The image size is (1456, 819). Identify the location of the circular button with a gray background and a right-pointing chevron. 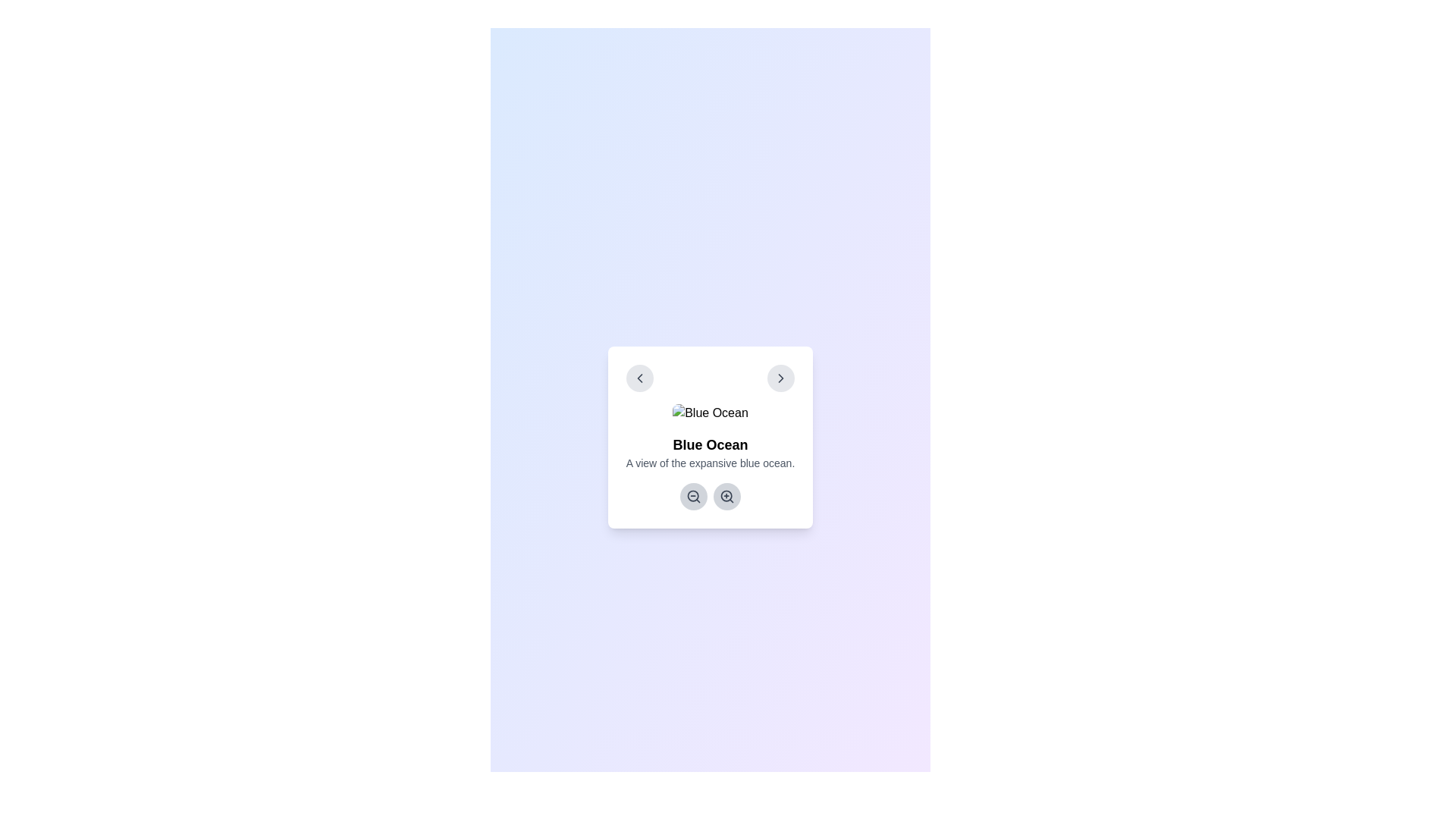
(781, 377).